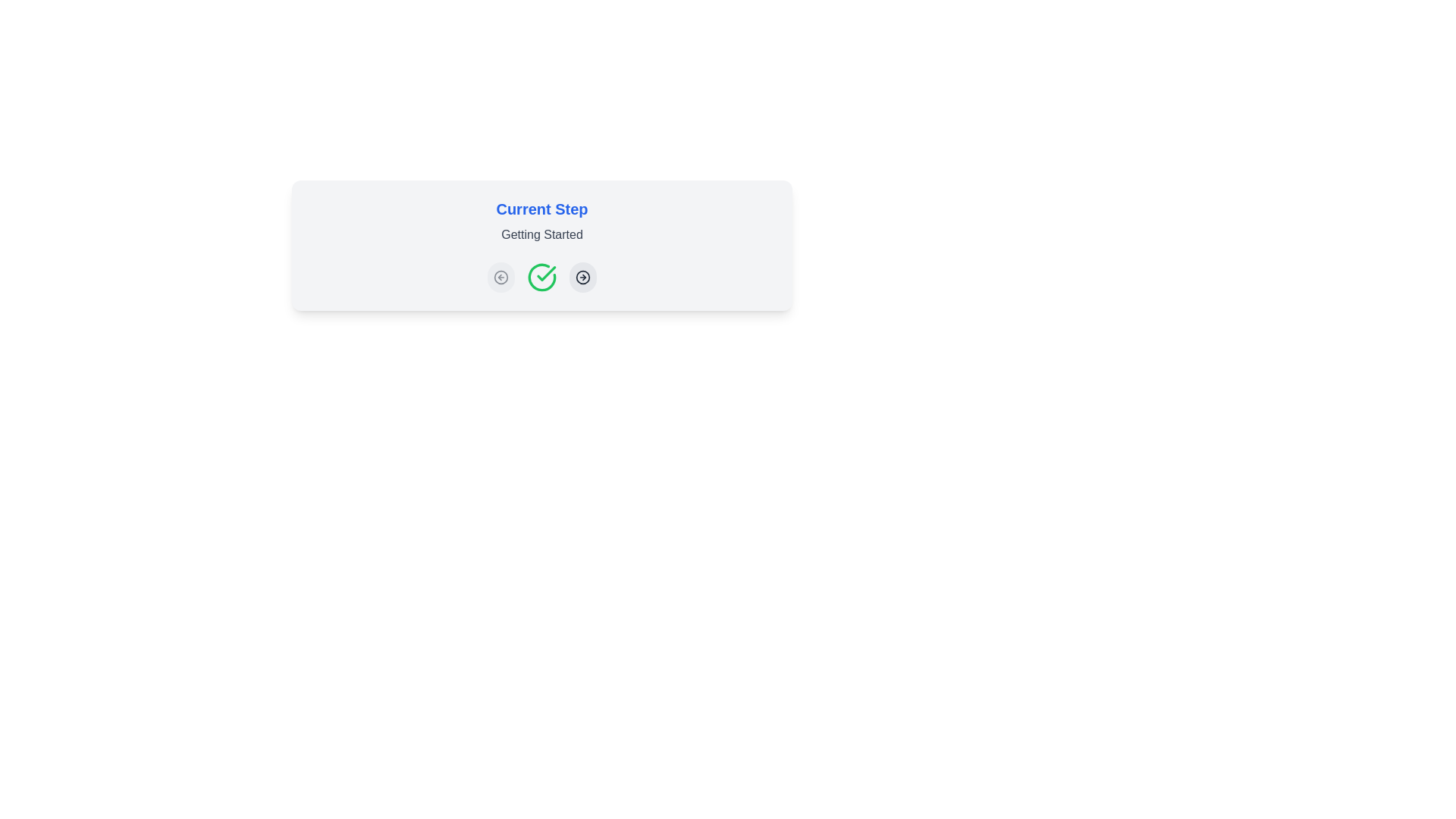 The width and height of the screenshot is (1456, 819). I want to click on the circular icon with a green border and a checkmark inside, indicating a completed action, which is located at the center of a horizontally aligned row of icons, so click(542, 278).